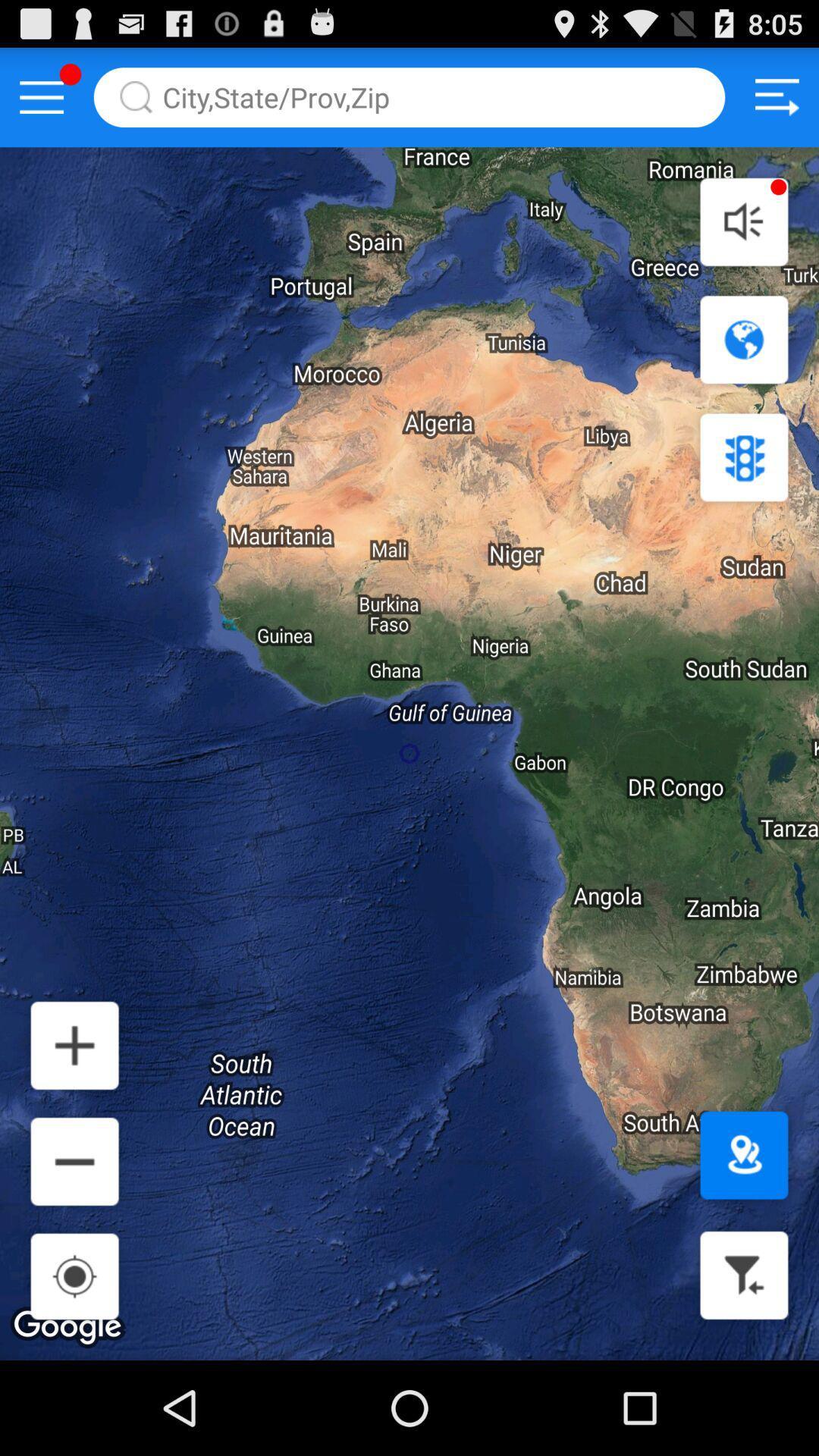 The width and height of the screenshot is (819, 1456). I want to click on the filter icon, so click(743, 1365).